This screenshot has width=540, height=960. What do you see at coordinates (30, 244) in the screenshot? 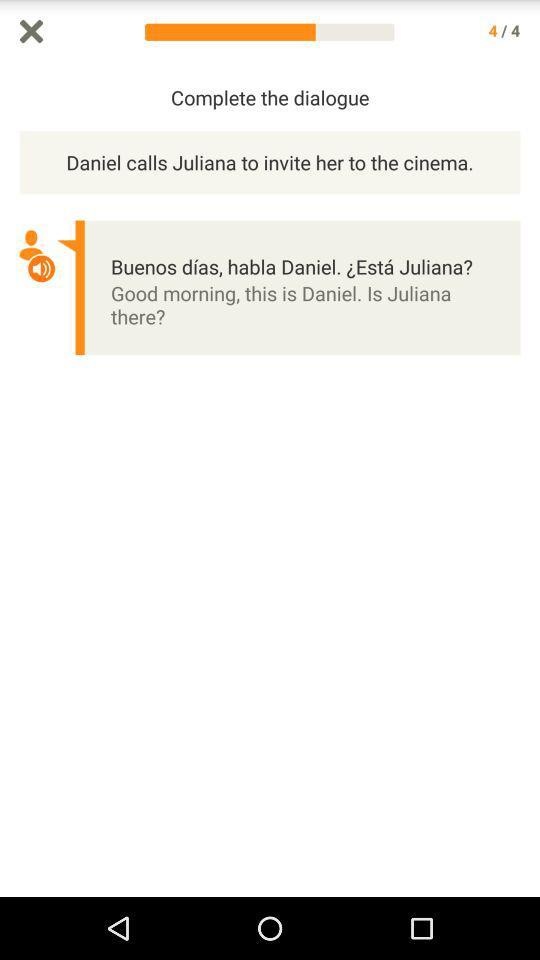
I see `a icon which is above volume icon which is on the left side of the page` at bounding box center [30, 244].